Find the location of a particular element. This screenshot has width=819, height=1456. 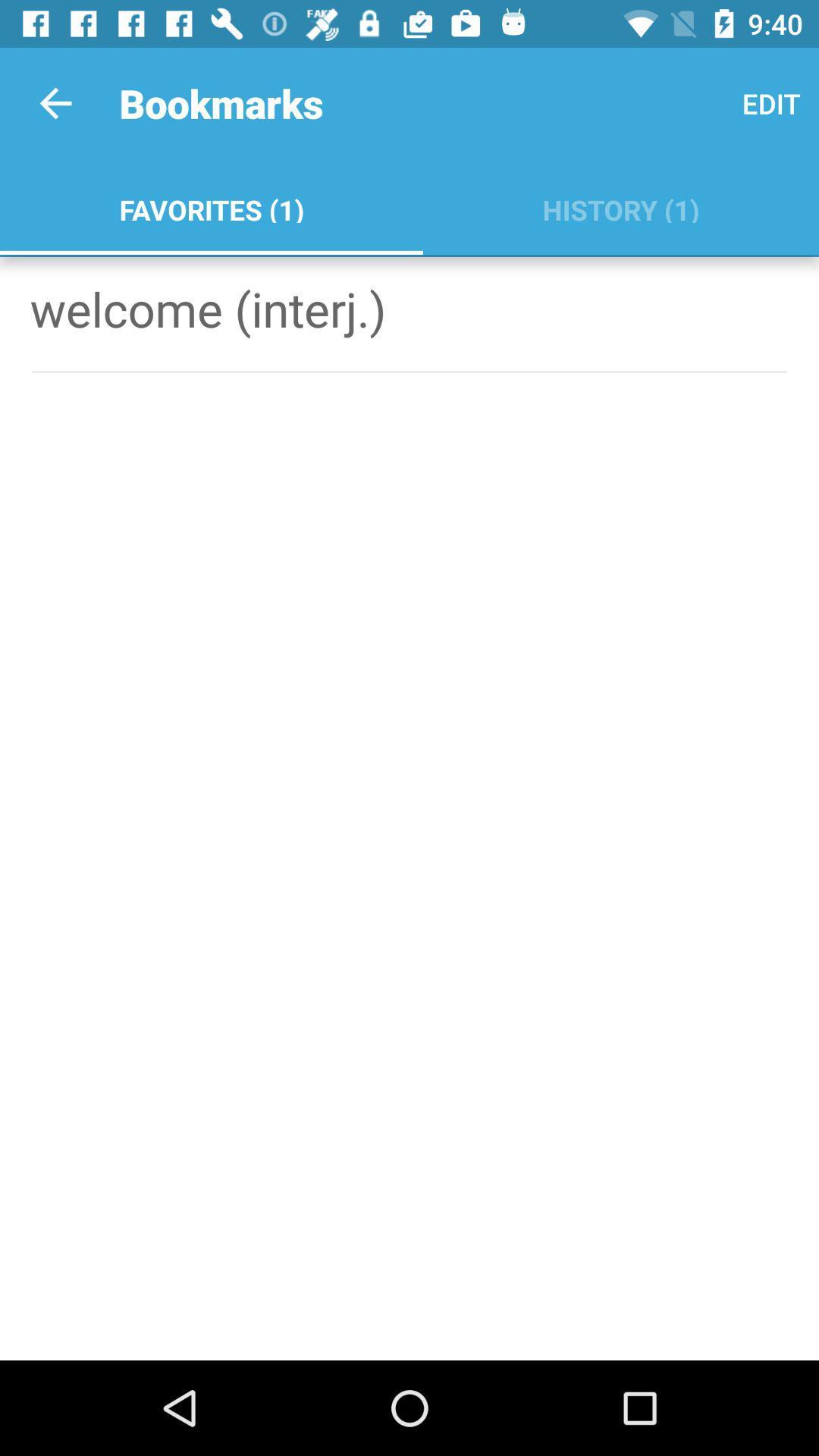

edit icon is located at coordinates (771, 102).